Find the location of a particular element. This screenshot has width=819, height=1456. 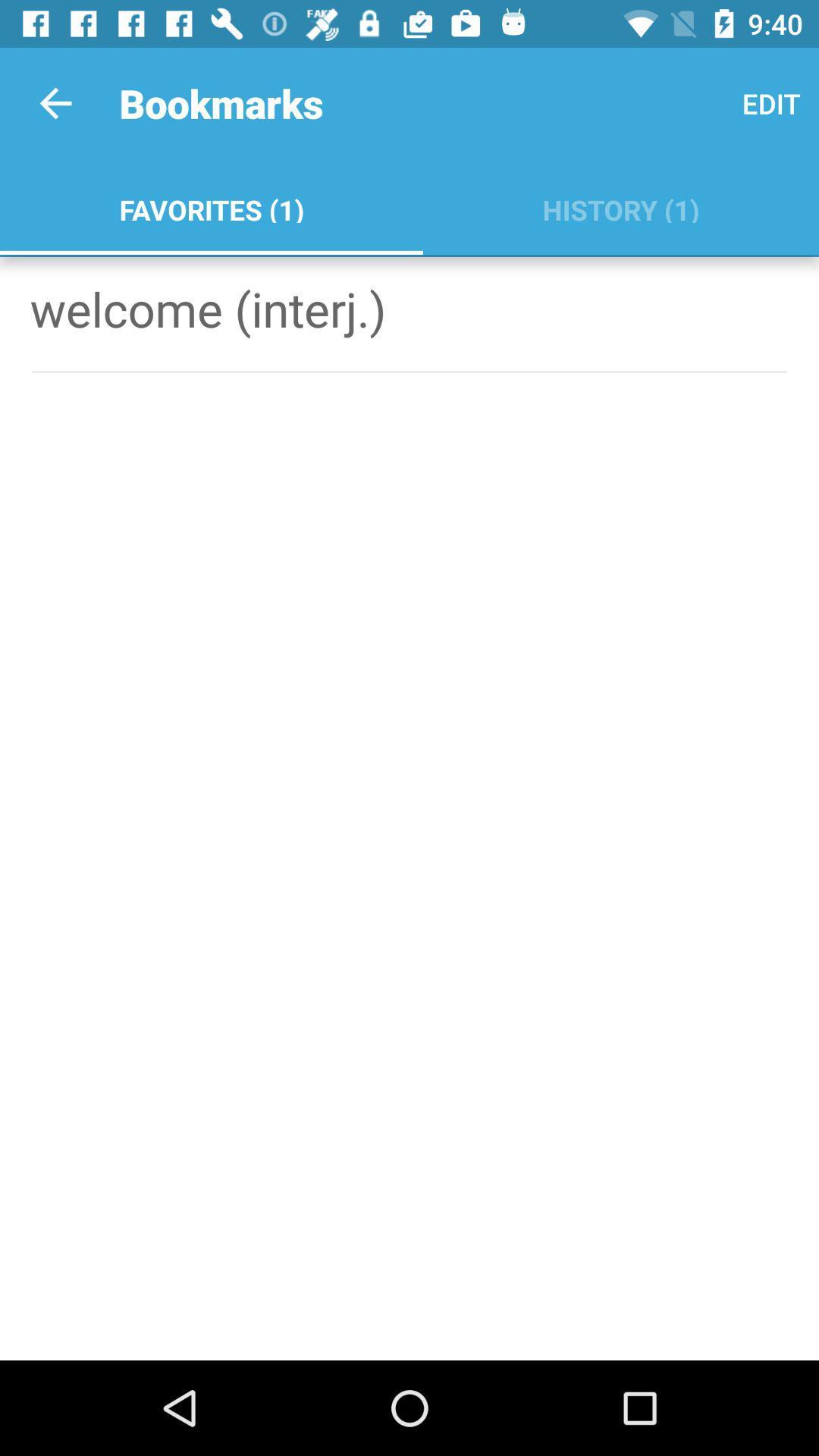

edit icon is located at coordinates (771, 102).